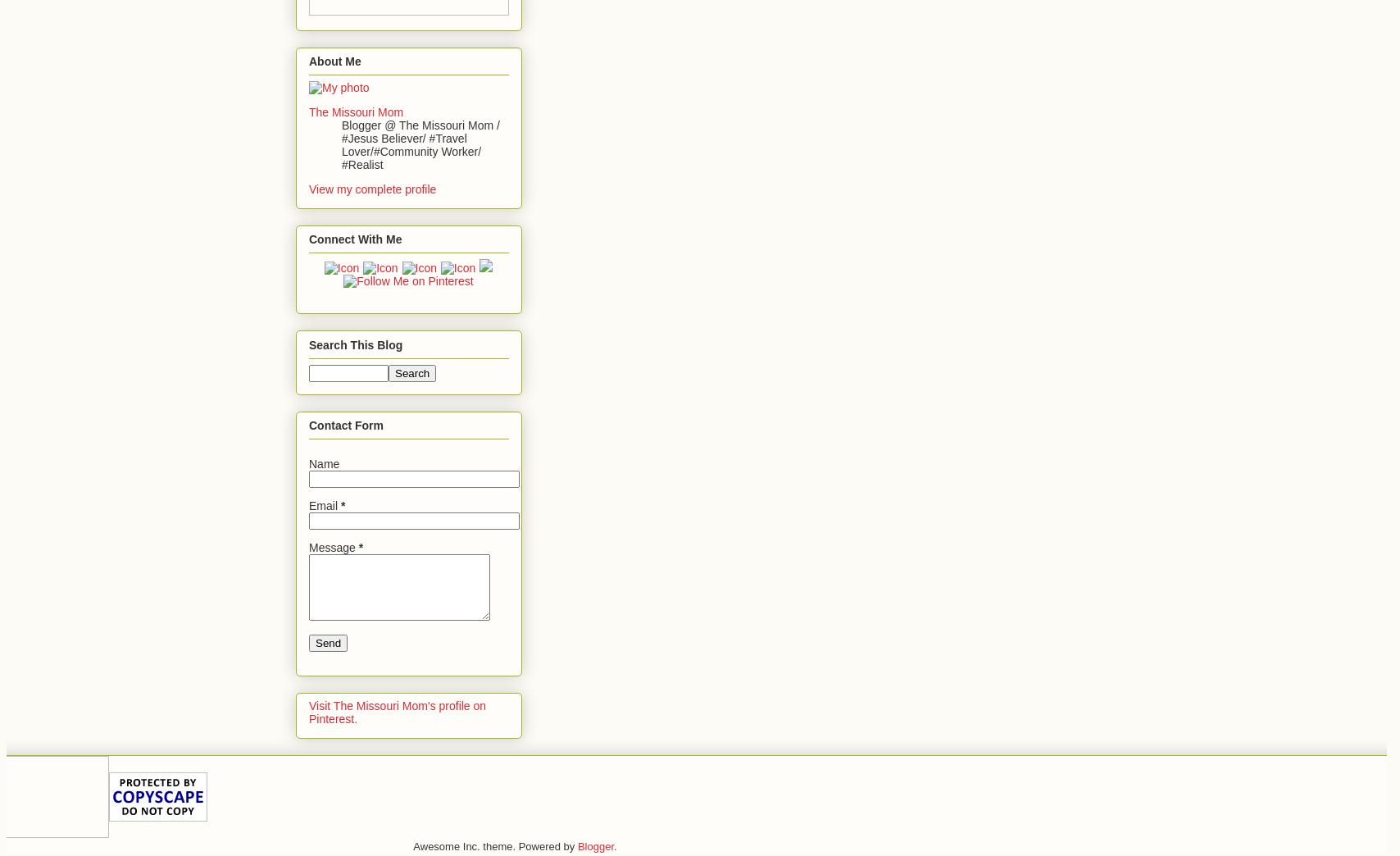 This screenshot has height=856, width=1400. What do you see at coordinates (494, 846) in the screenshot?
I see `'Awesome Inc. theme. Powered by'` at bounding box center [494, 846].